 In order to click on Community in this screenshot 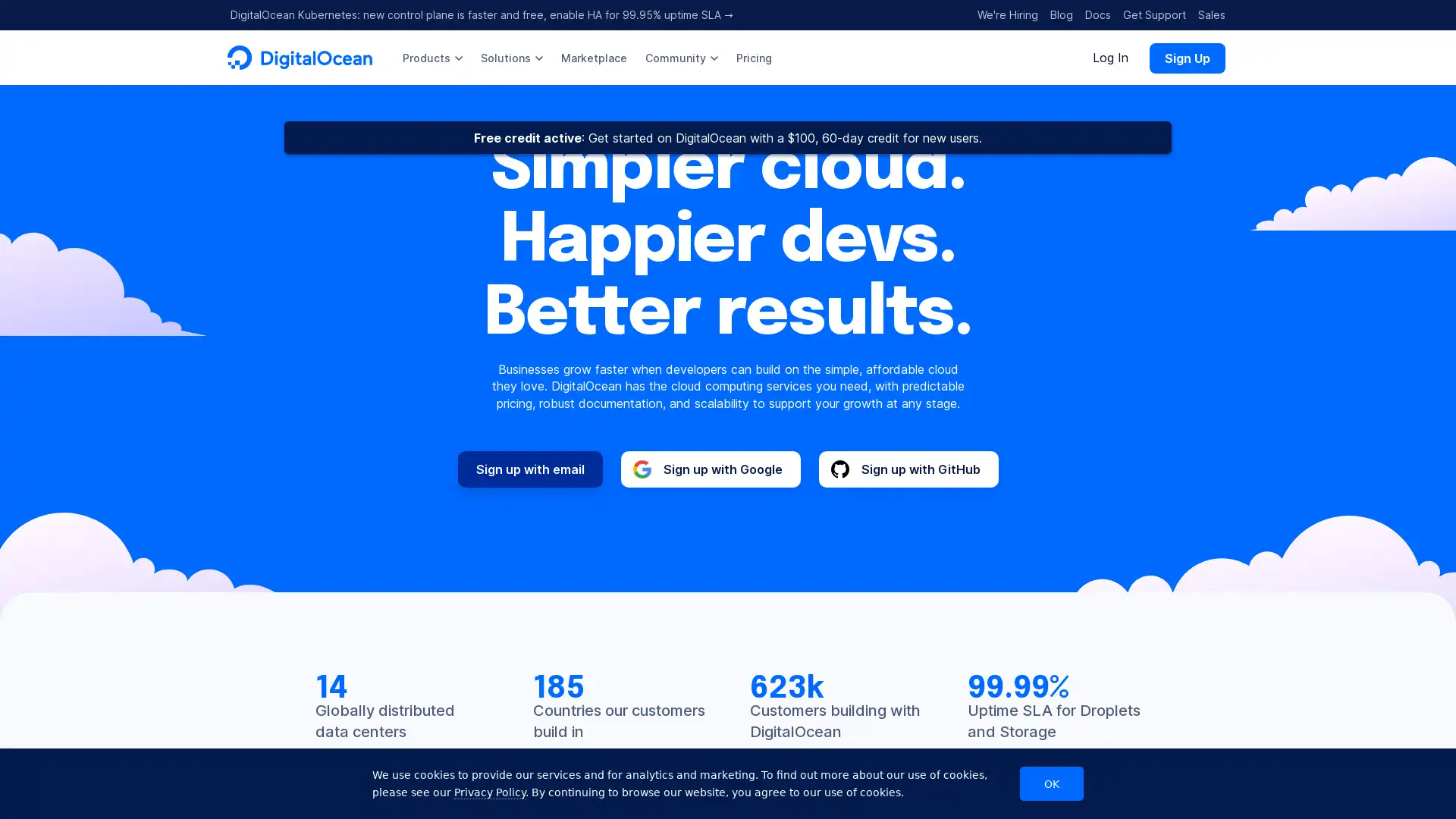, I will do `click(680, 57)`.